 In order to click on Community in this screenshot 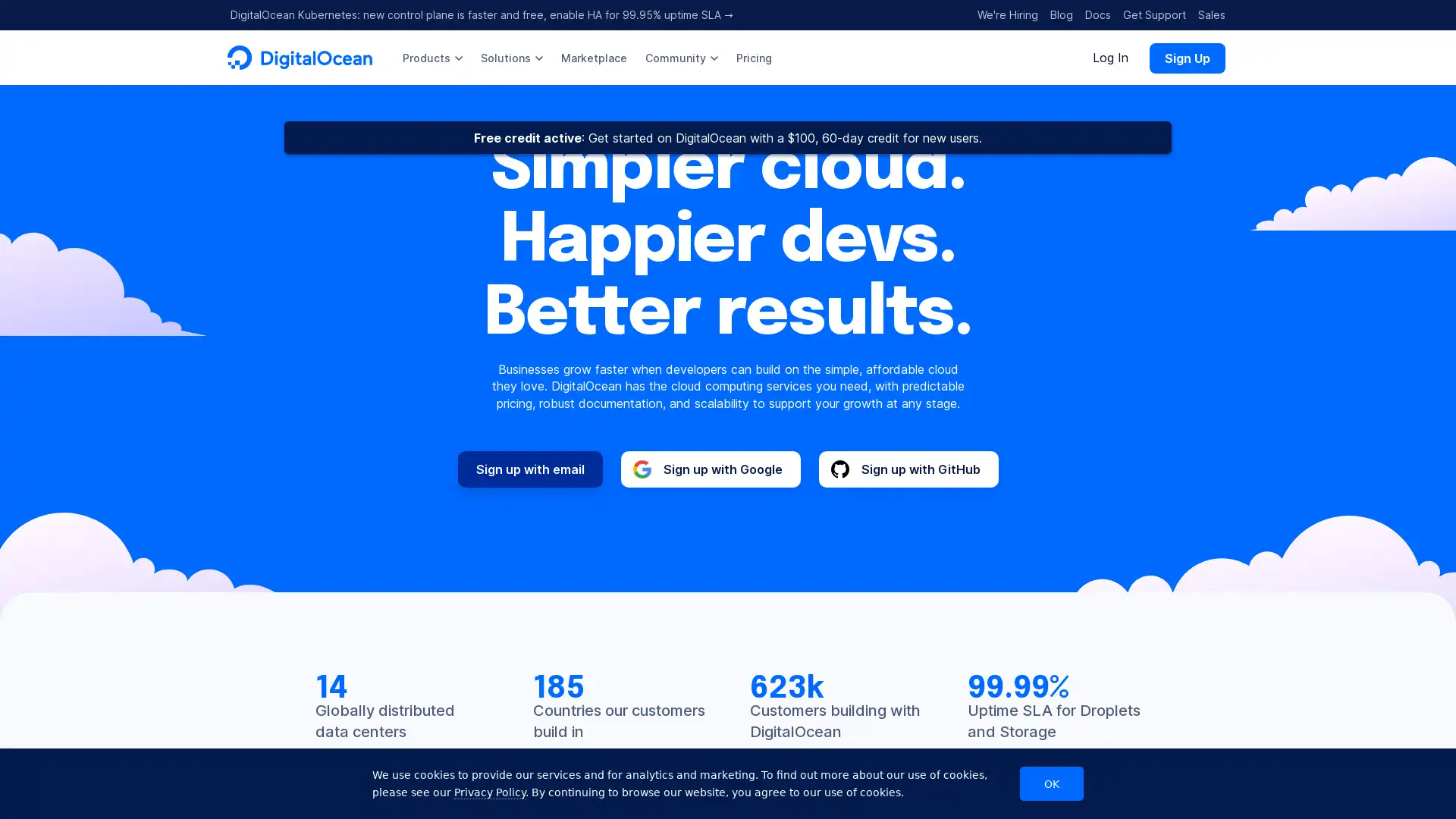, I will do `click(680, 57)`.